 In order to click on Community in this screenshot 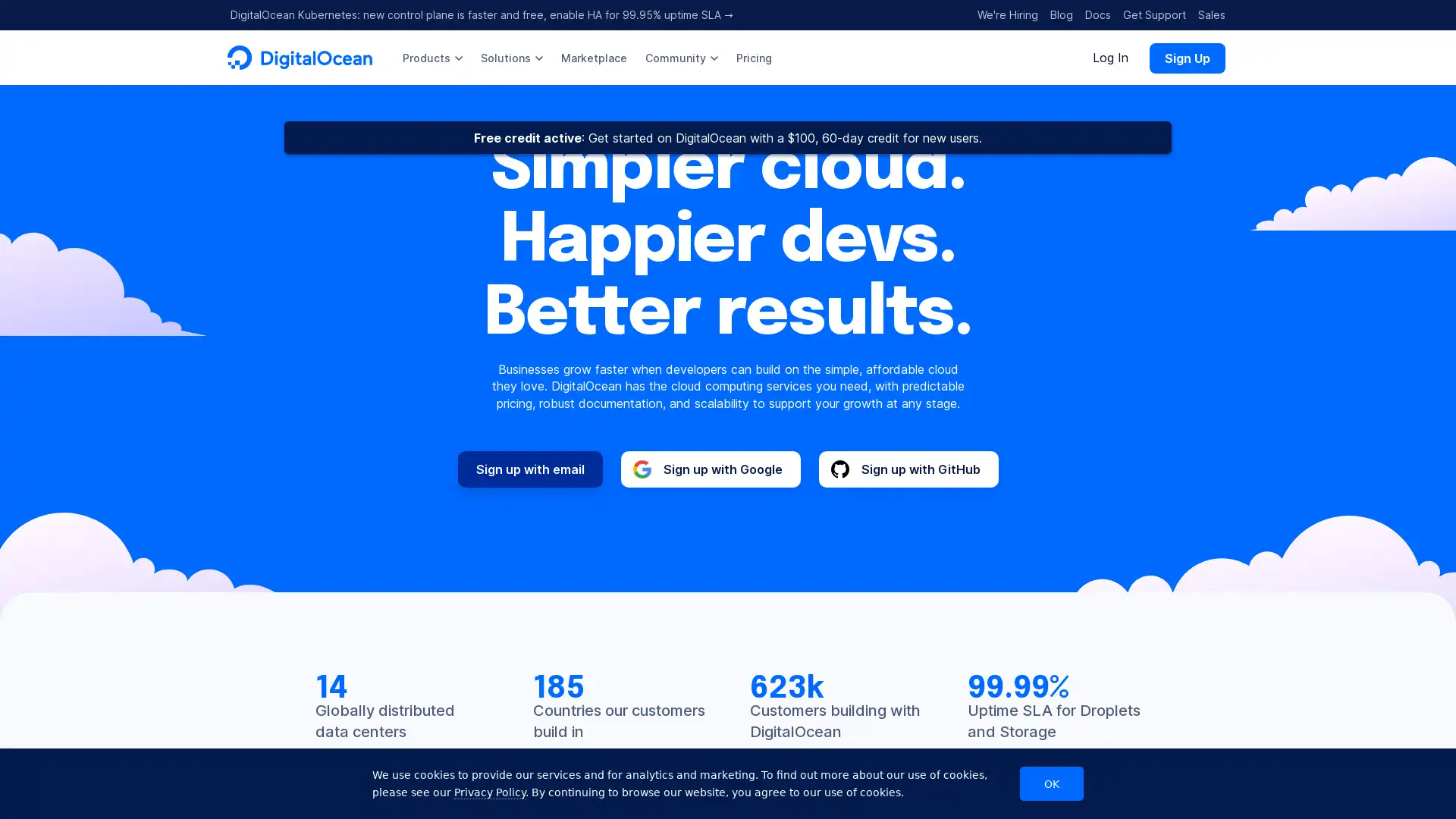, I will do `click(680, 57)`.